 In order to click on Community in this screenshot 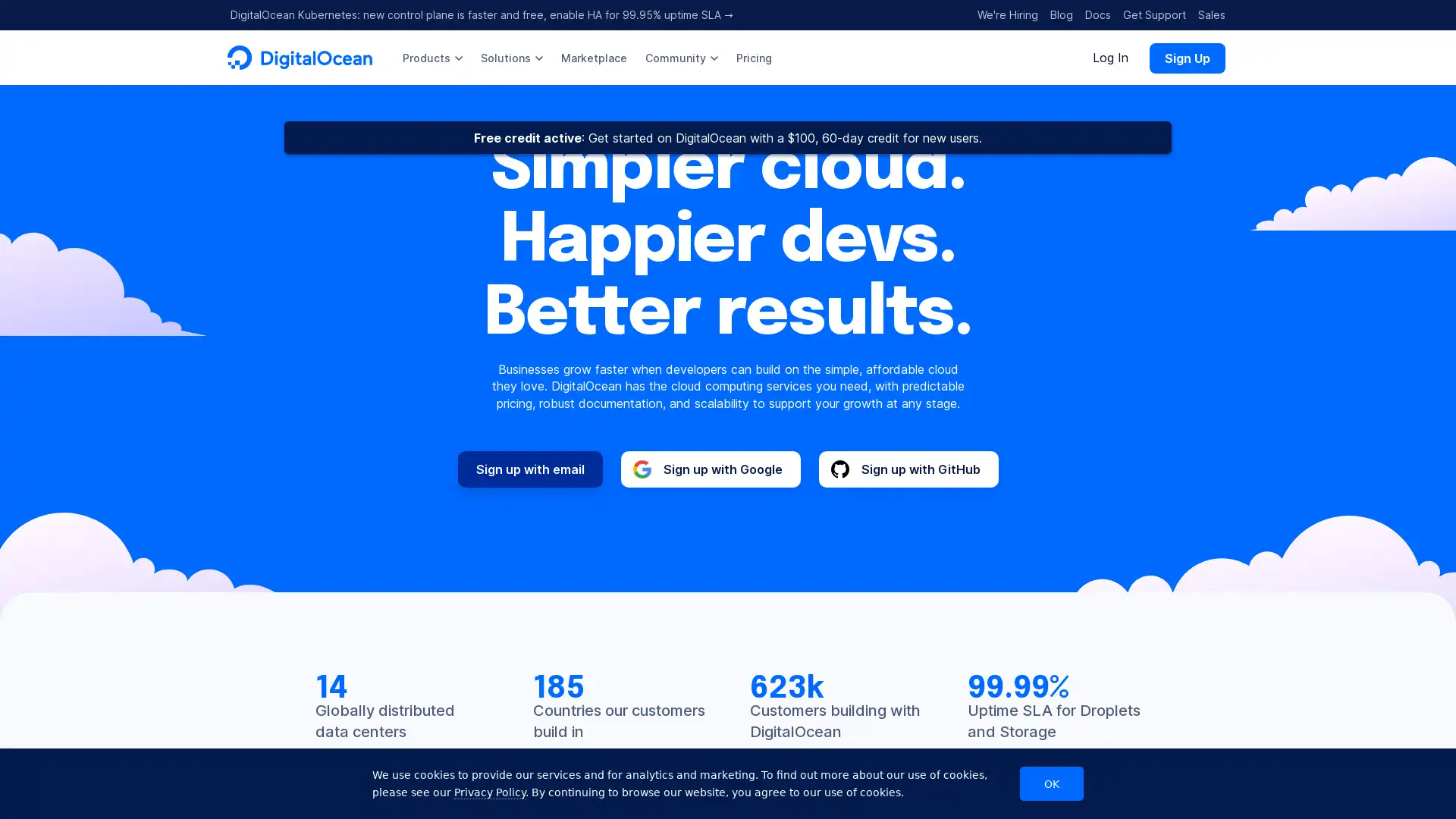, I will do `click(680, 57)`.